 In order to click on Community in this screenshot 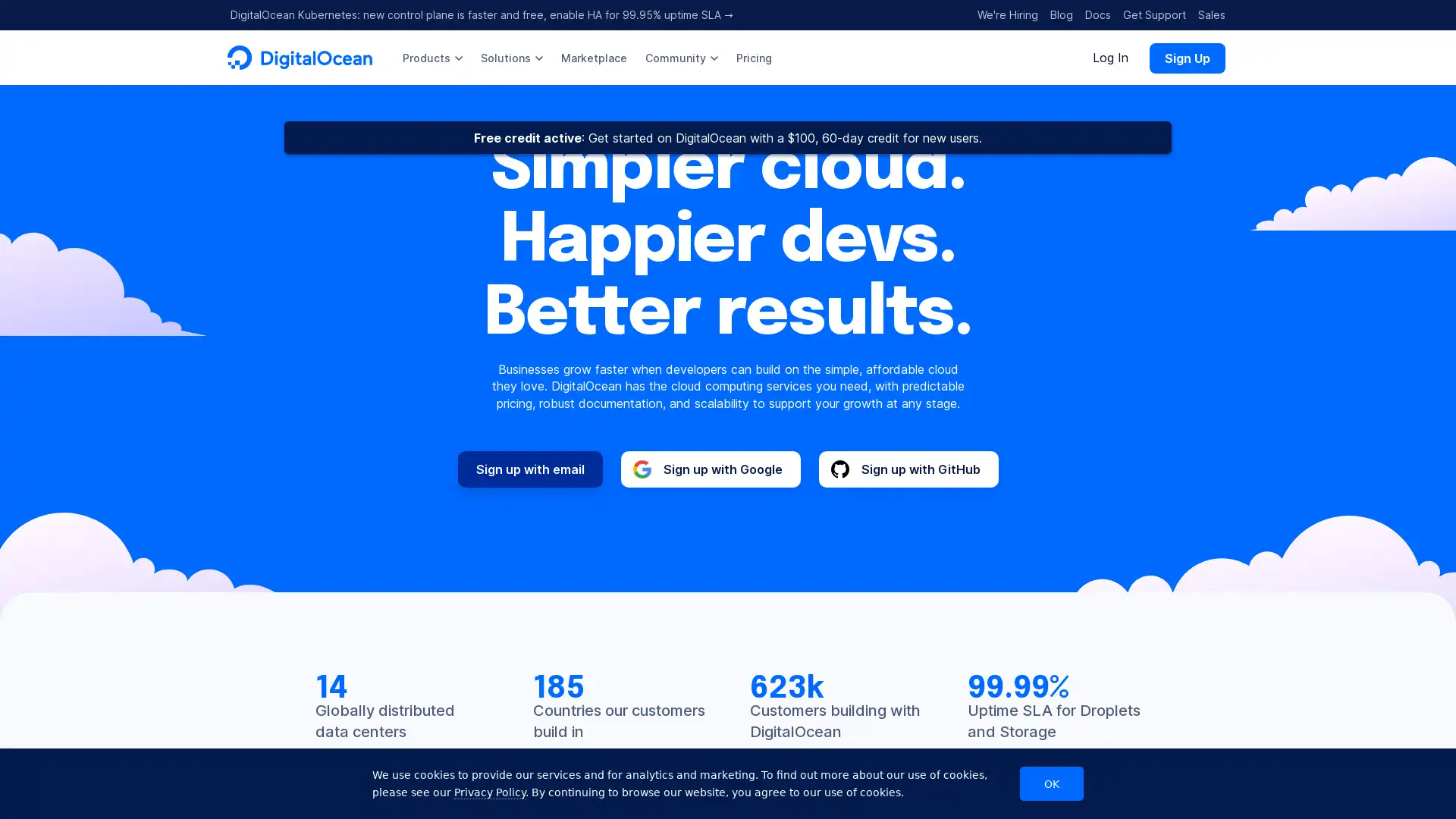, I will do `click(680, 57)`.